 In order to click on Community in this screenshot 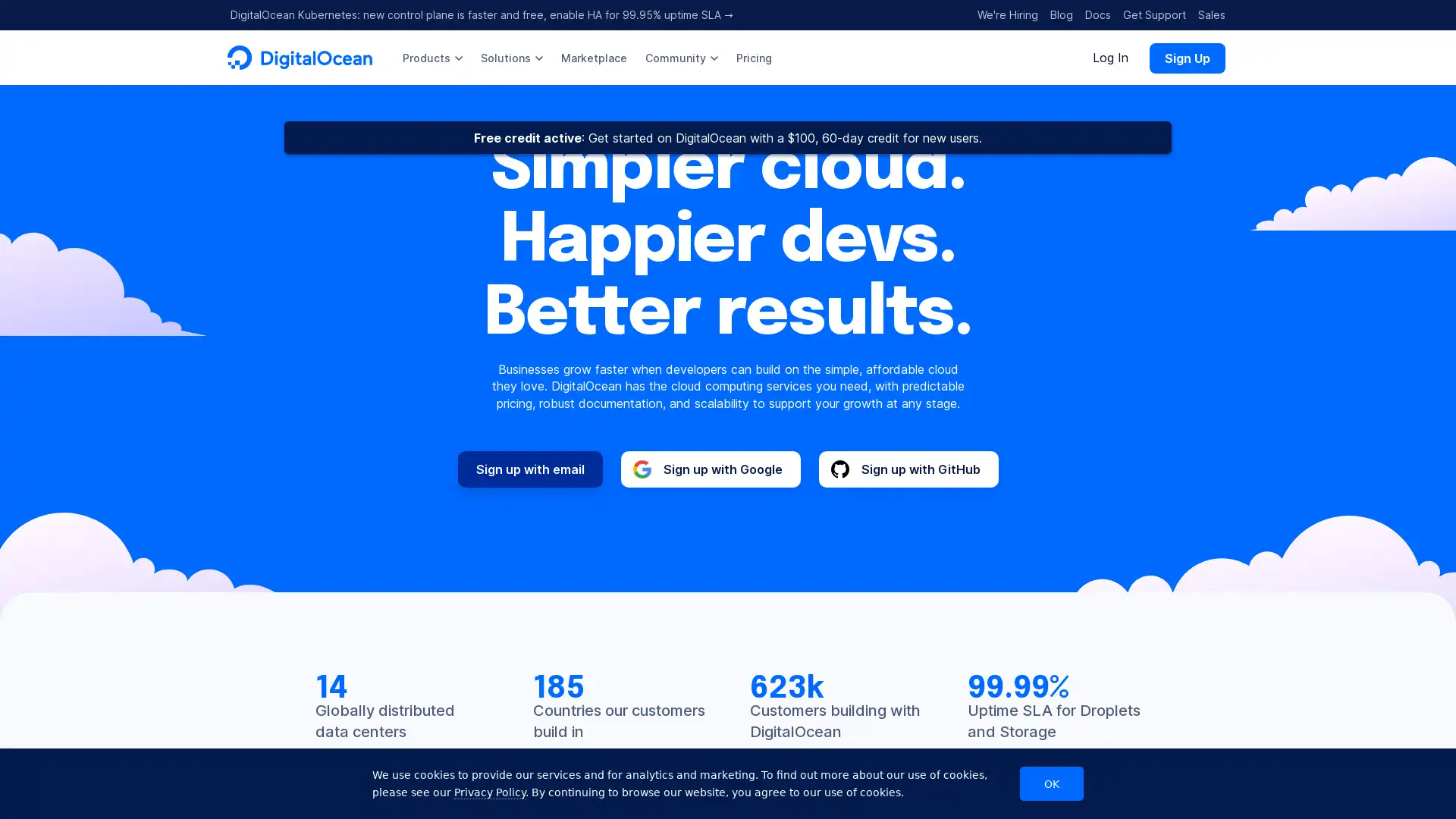, I will do `click(680, 57)`.